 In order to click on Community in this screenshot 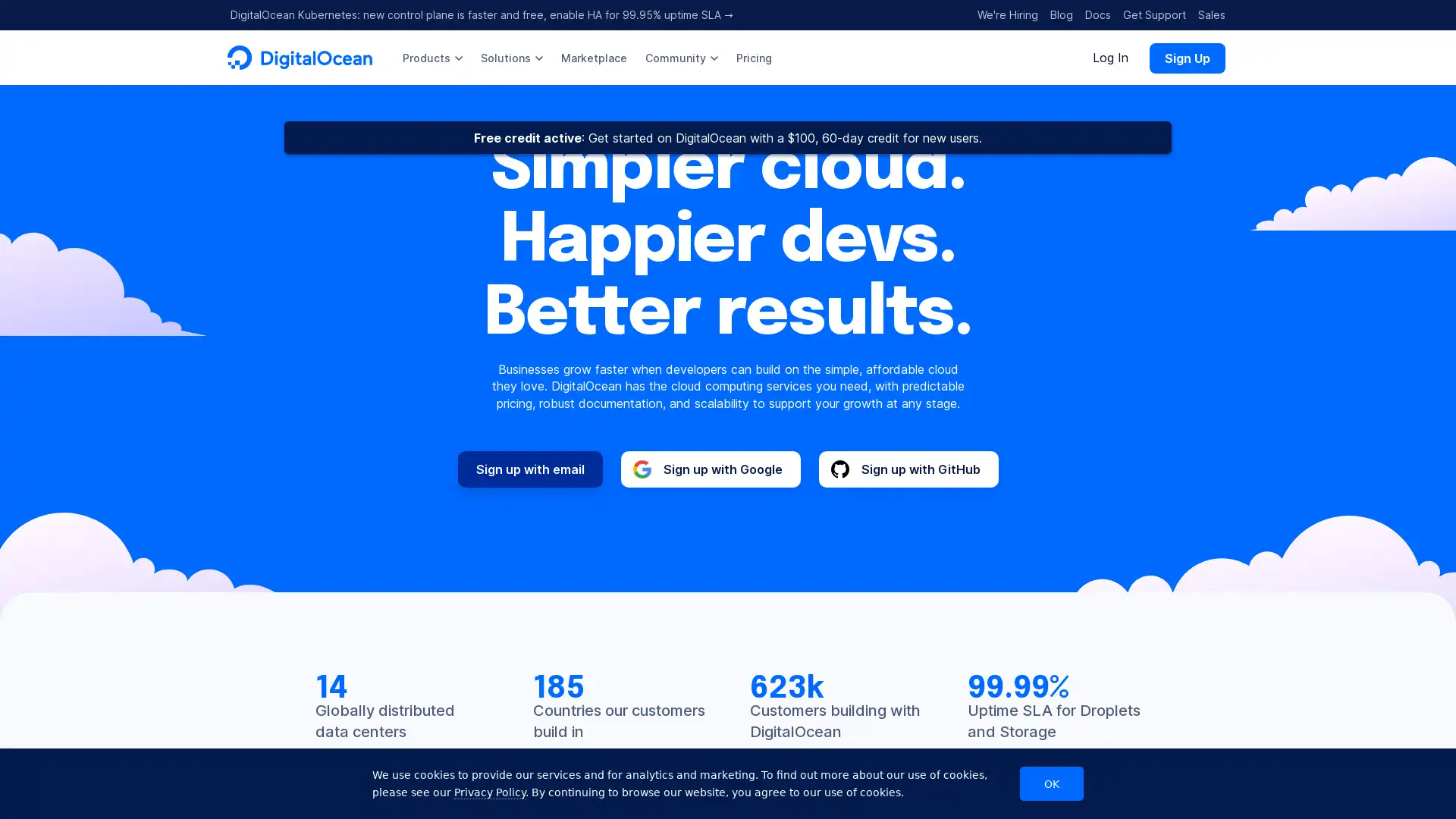, I will do `click(680, 57)`.